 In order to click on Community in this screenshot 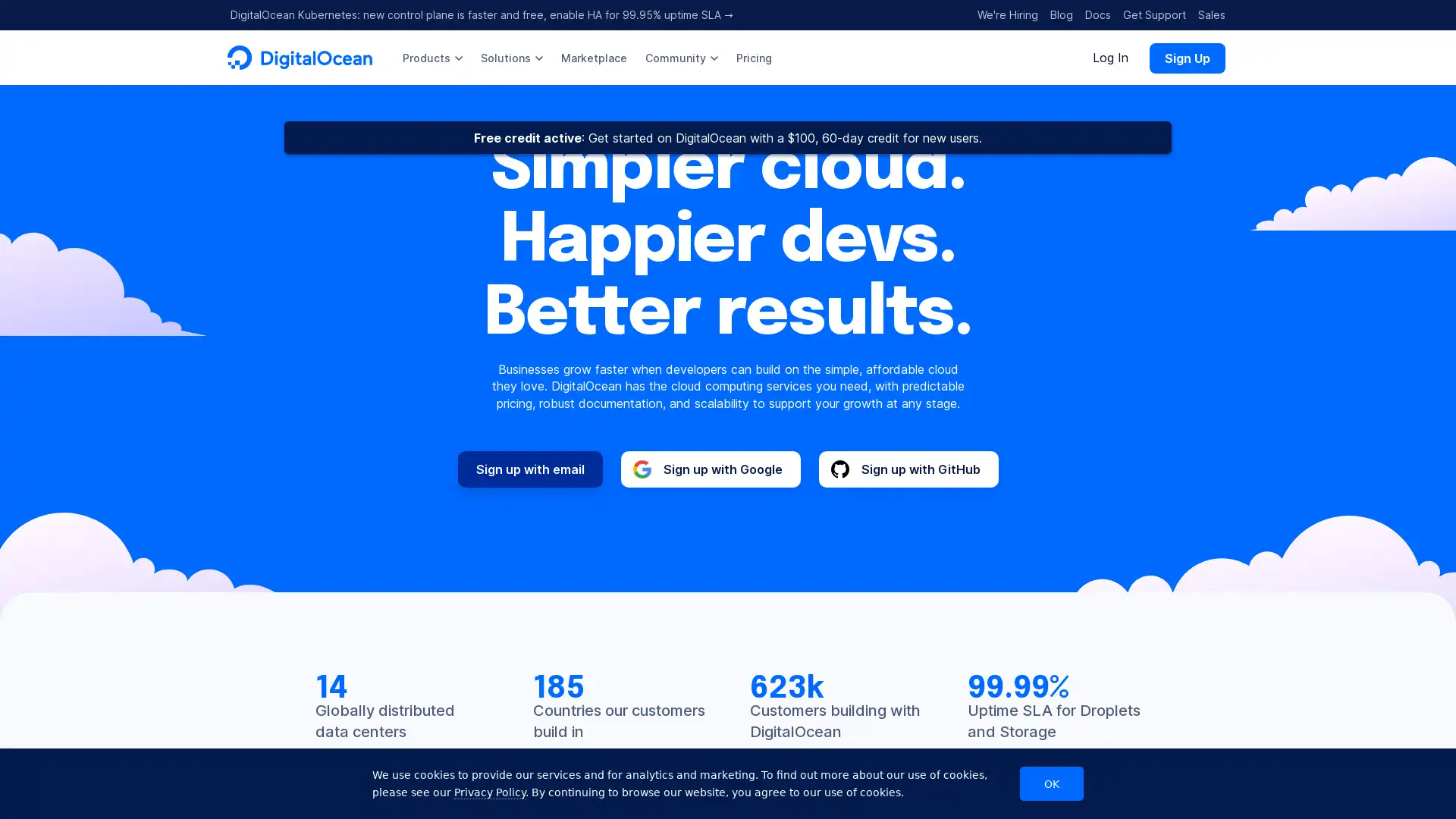, I will do `click(680, 57)`.